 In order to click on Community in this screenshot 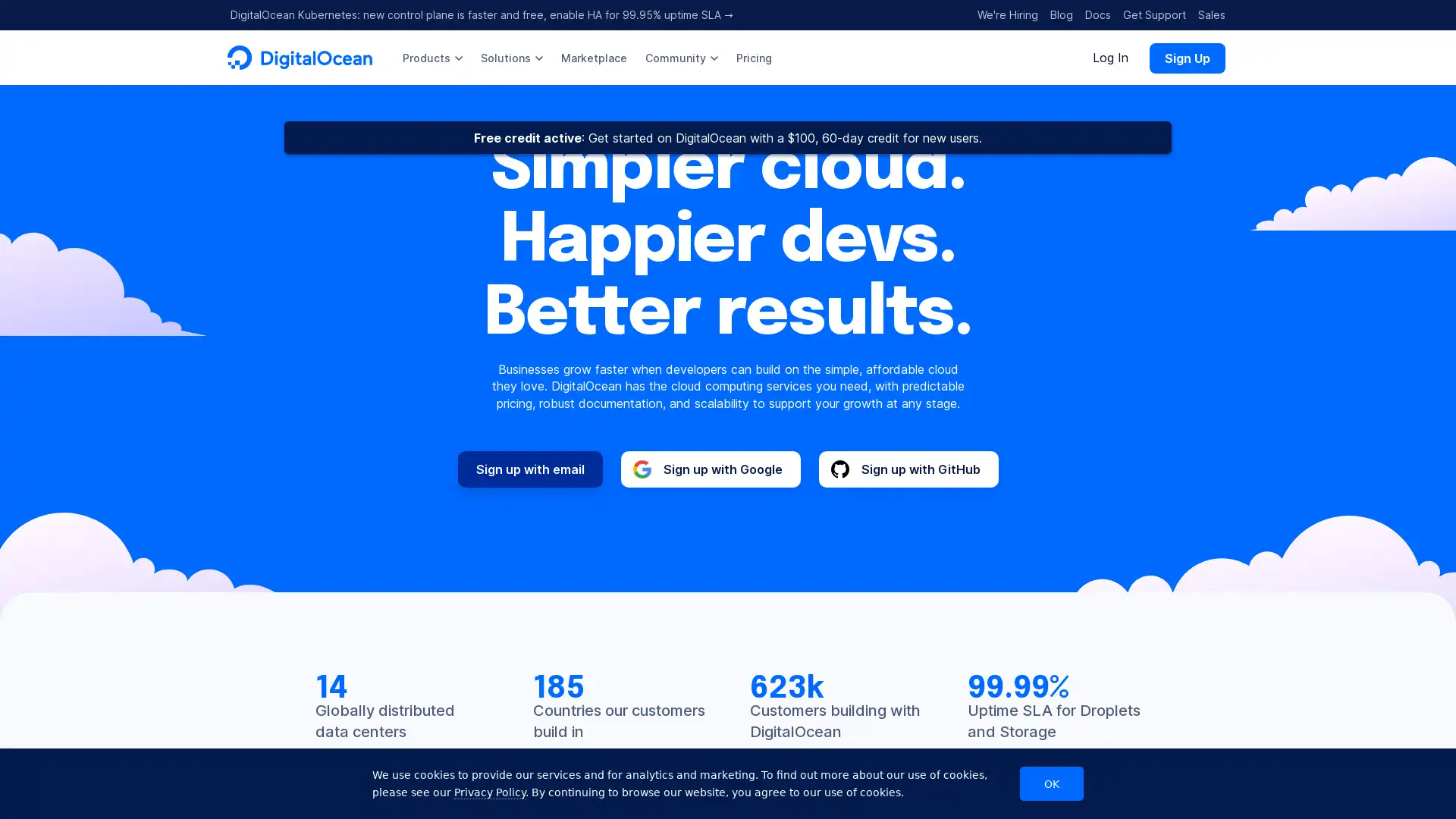, I will do `click(680, 57)`.